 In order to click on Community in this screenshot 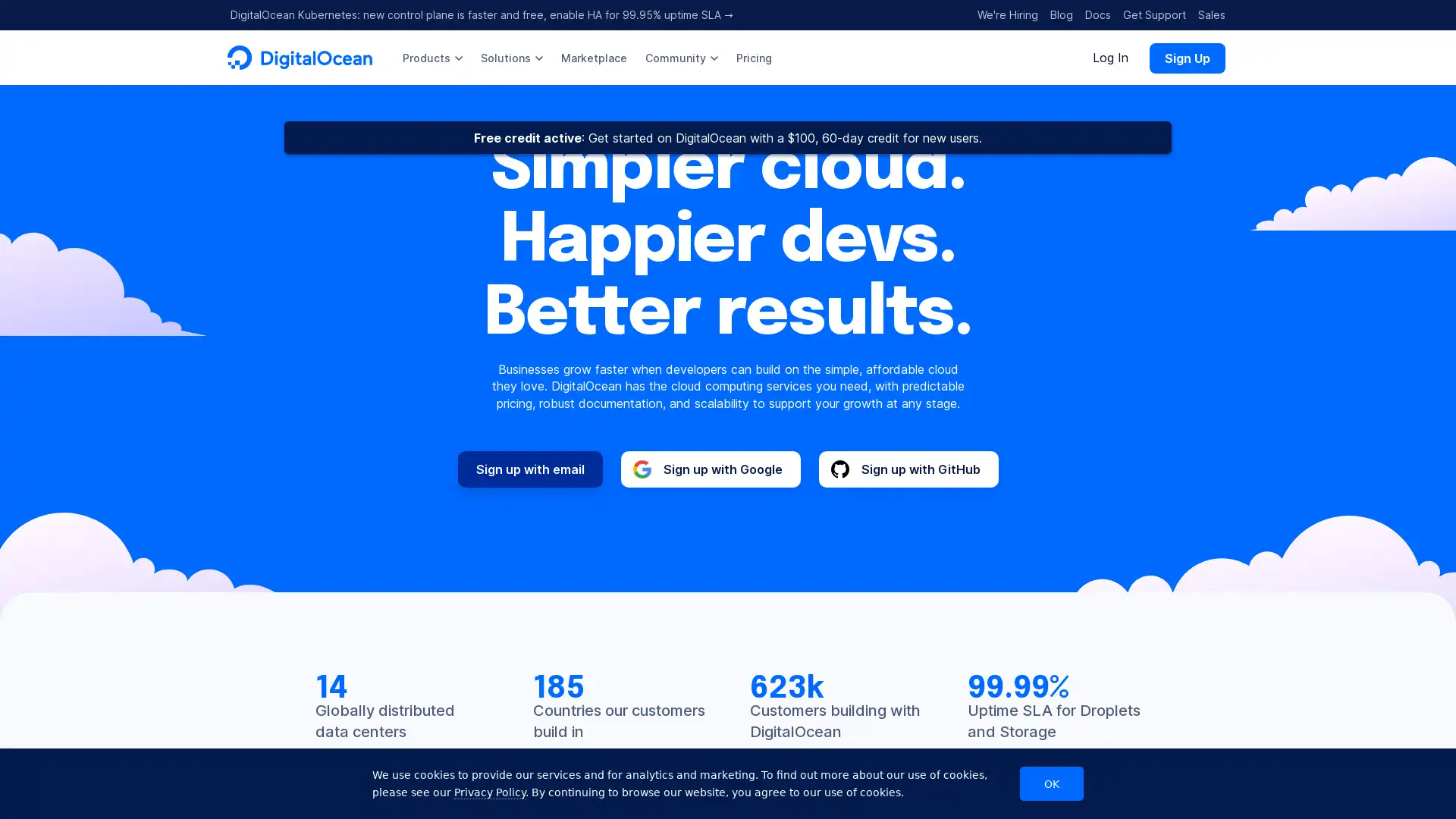, I will do `click(680, 57)`.